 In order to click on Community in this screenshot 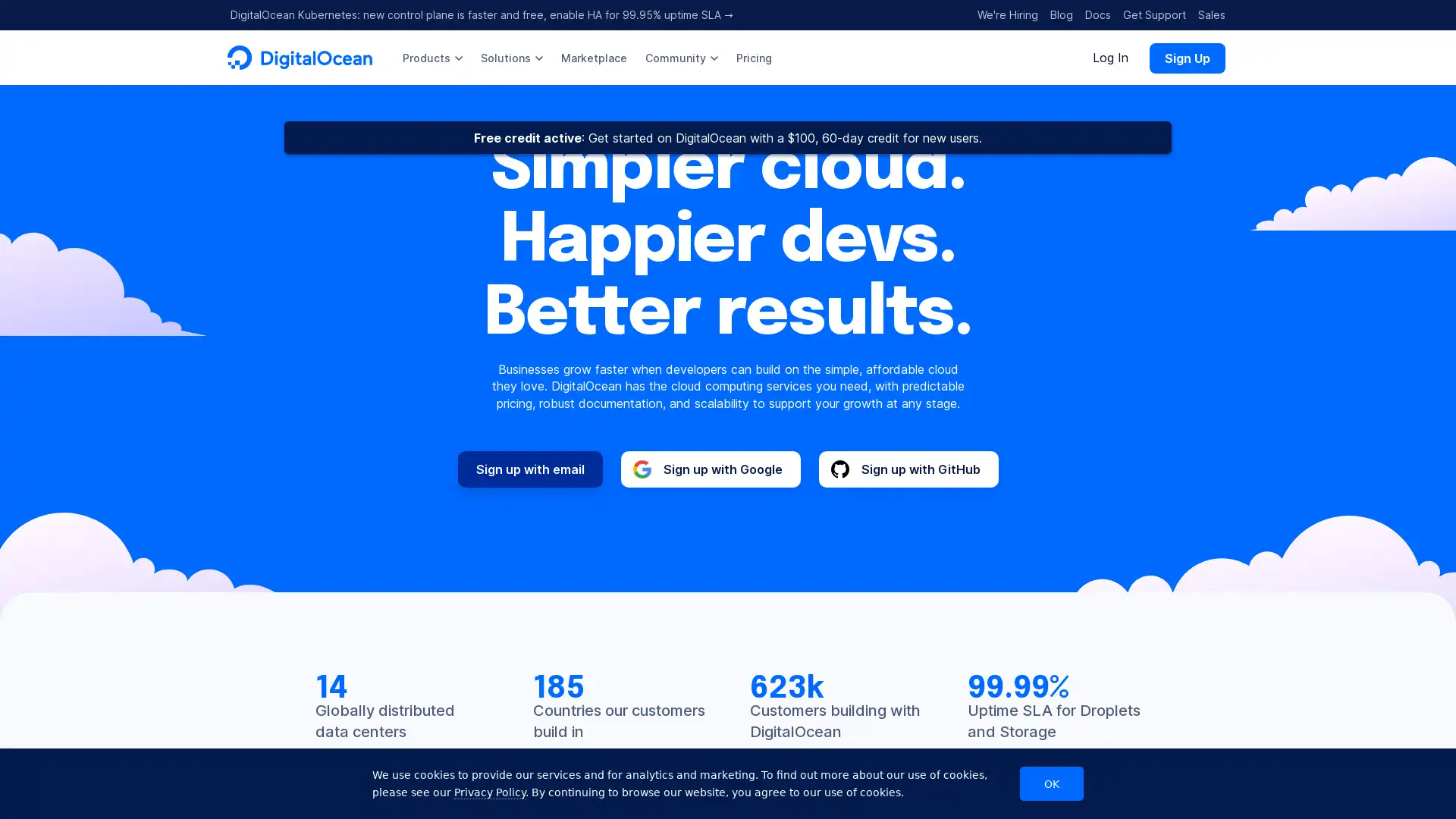, I will do `click(680, 57)`.